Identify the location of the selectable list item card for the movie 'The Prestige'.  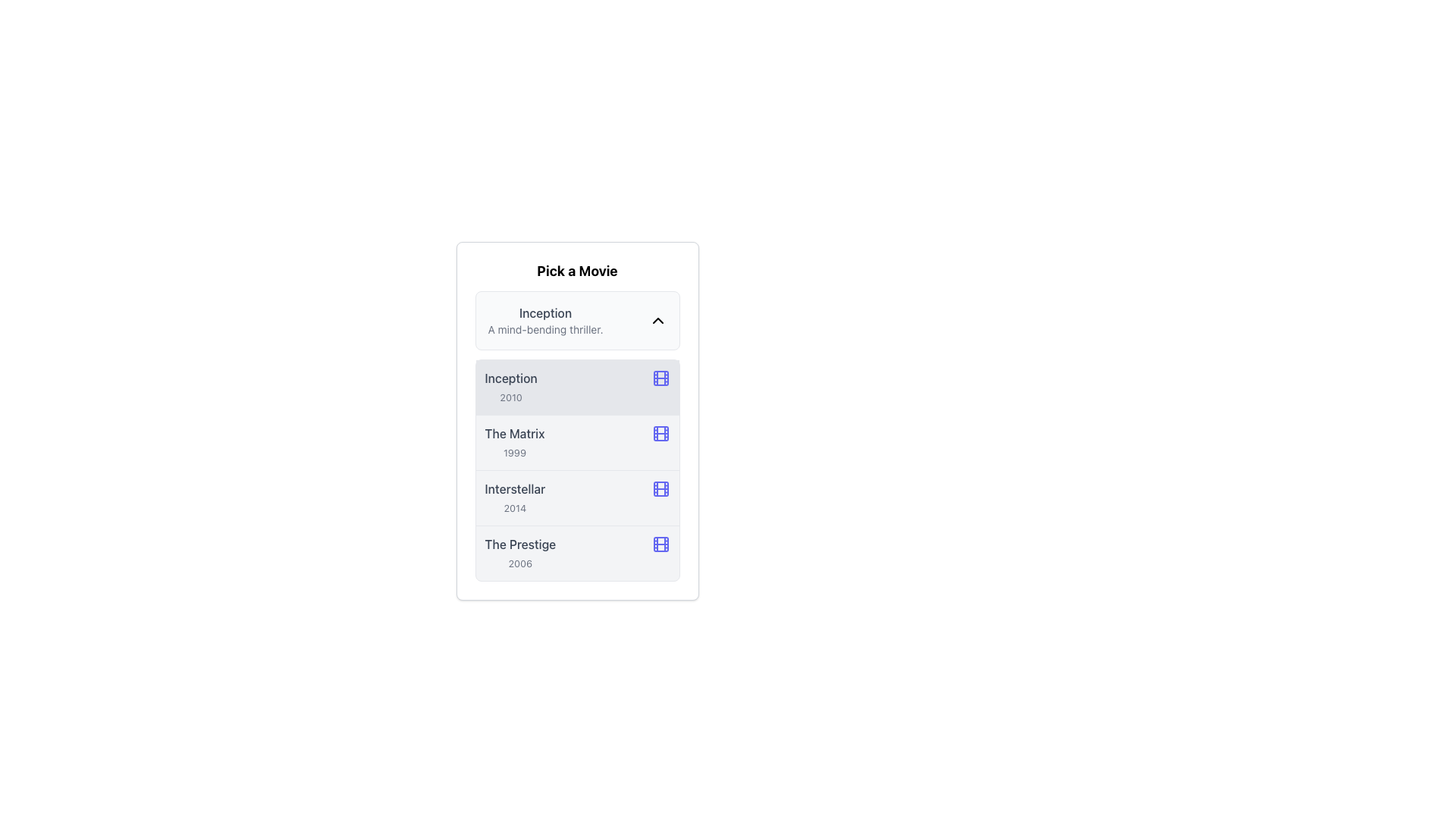
(576, 553).